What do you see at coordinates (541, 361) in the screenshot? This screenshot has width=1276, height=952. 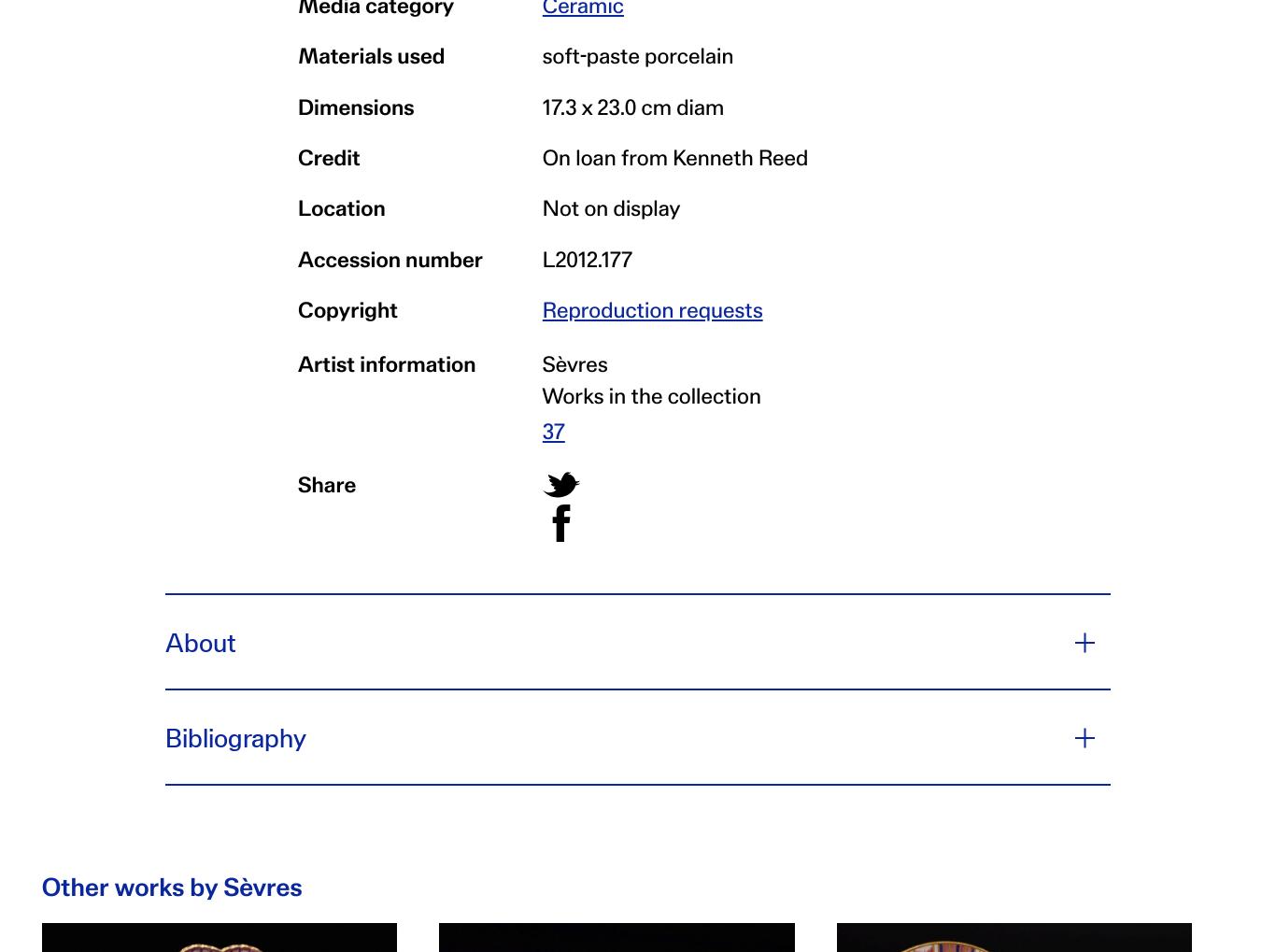 I see `'Sèvres'` at bounding box center [541, 361].